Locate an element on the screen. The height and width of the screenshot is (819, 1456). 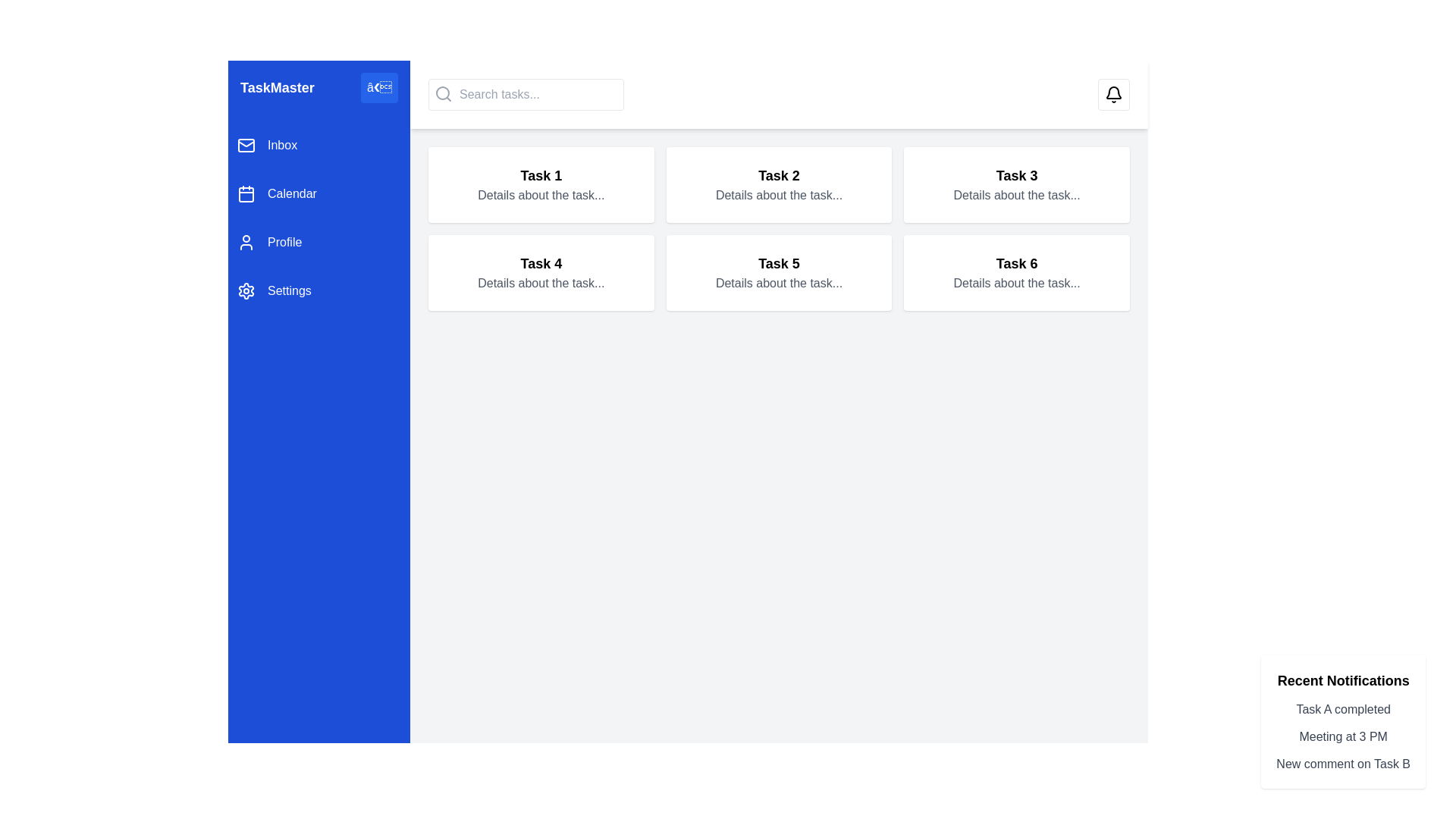
keyboard navigation is located at coordinates (318, 218).